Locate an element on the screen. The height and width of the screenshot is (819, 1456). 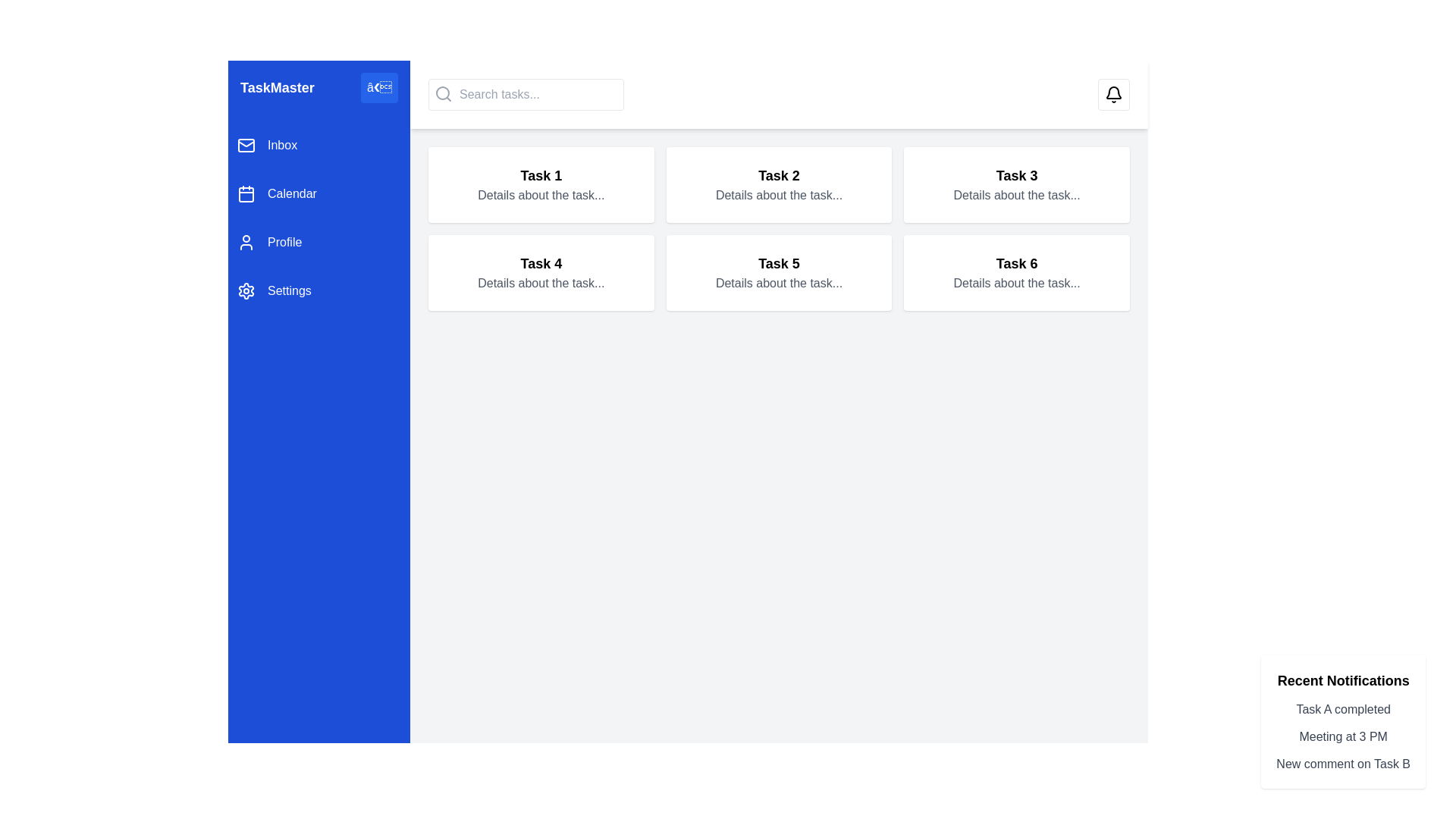
keyboard navigation is located at coordinates (318, 218).